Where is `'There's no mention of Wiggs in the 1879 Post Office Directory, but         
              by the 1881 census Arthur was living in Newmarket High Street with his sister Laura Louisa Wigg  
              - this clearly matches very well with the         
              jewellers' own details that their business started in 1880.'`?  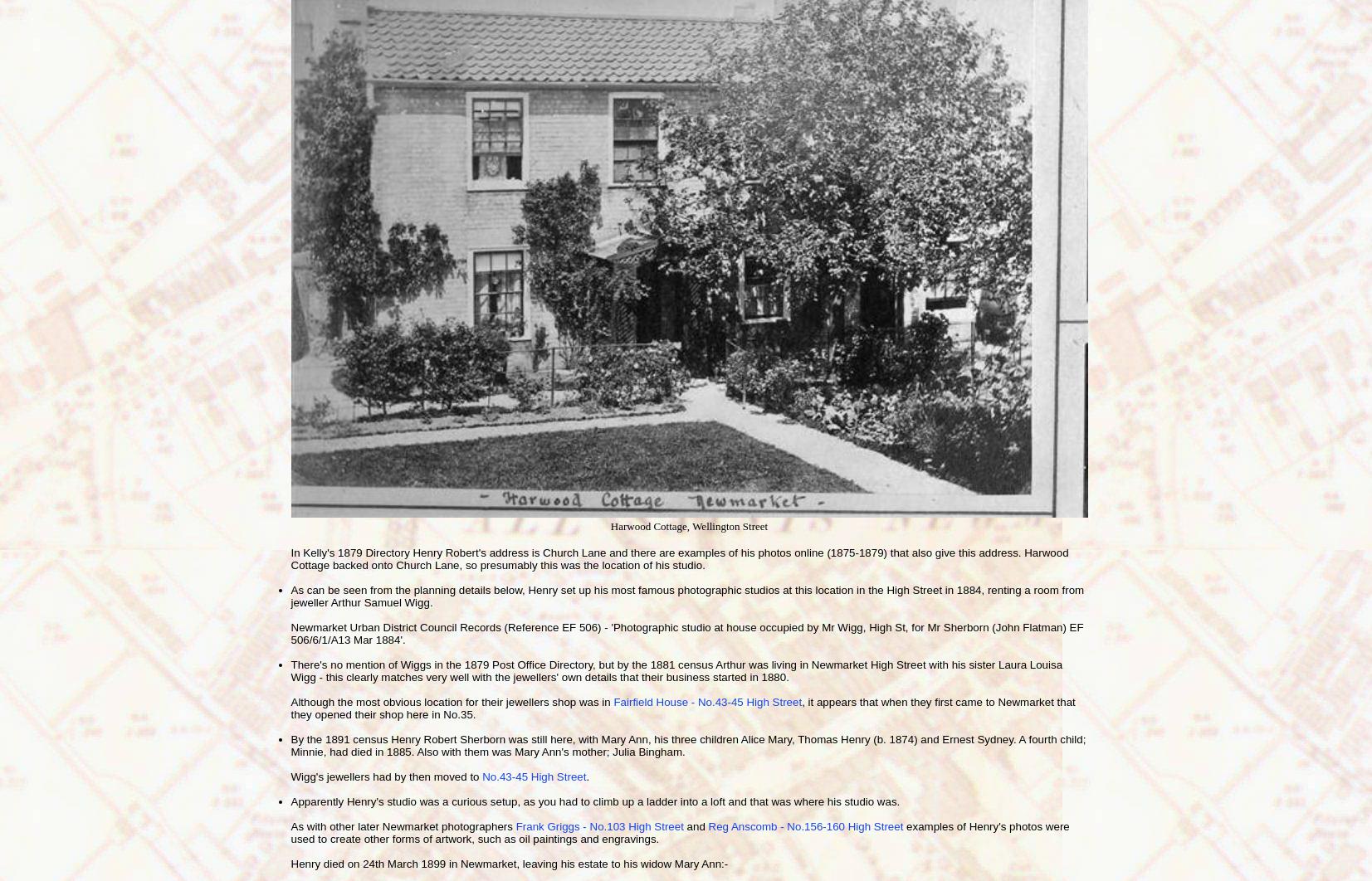
'There's no mention of Wiggs in the 1879 Post Office Directory, but         
              by the 1881 census Arthur was living in Newmarket High Street with his sister Laura Louisa Wigg  
              - this clearly matches very well with the         
              jewellers' own details that their business started in 1880.' is located at coordinates (675, 670).